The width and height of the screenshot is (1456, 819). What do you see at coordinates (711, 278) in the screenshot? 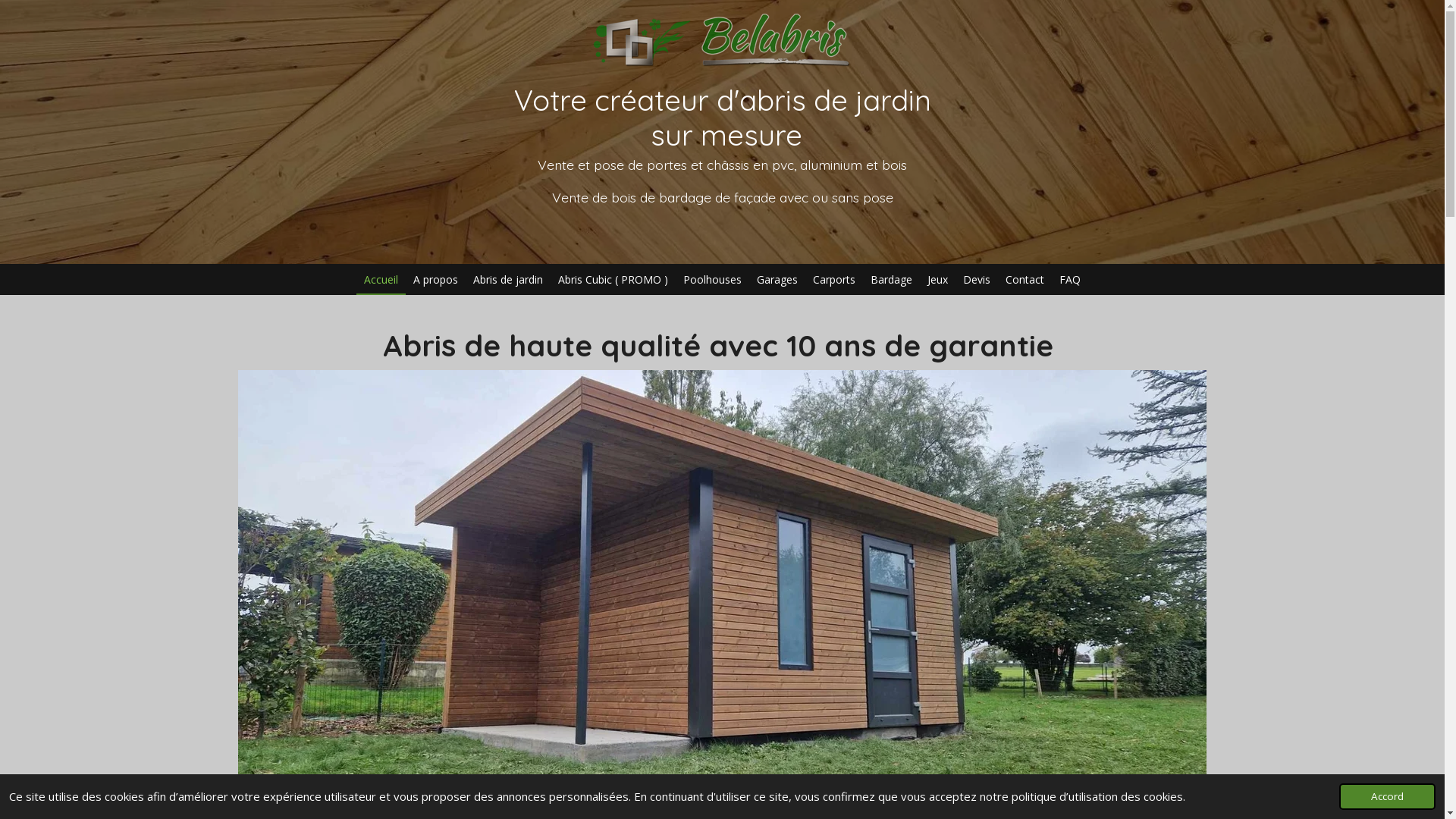
I see `'Poolhouses'` at bounding box center [711, 278].